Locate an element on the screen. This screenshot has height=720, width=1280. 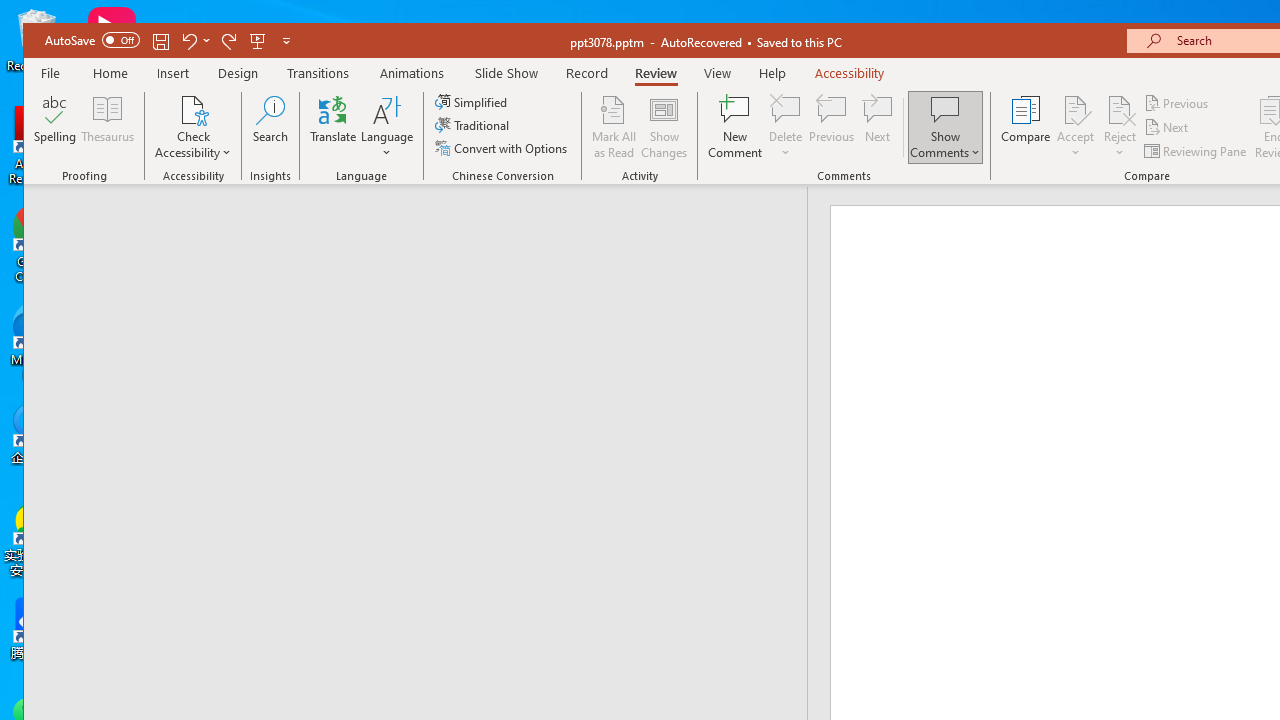
'Outline' is located at coordinates (423, 225).